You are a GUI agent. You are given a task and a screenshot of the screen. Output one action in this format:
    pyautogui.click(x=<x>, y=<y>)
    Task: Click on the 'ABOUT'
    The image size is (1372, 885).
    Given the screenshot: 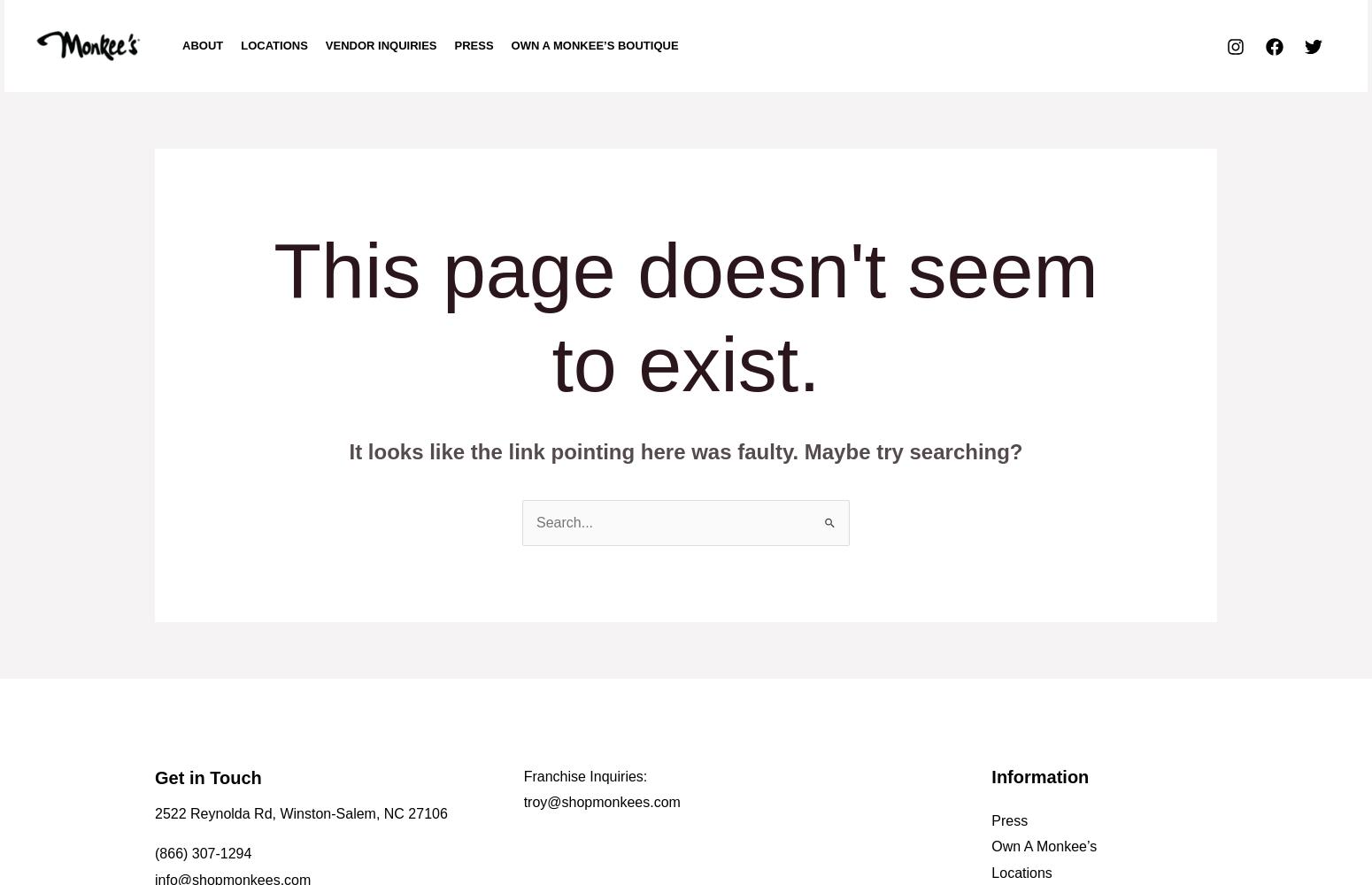 What is the action you would take?
    pyautogui.click(x=201, y=45)
    